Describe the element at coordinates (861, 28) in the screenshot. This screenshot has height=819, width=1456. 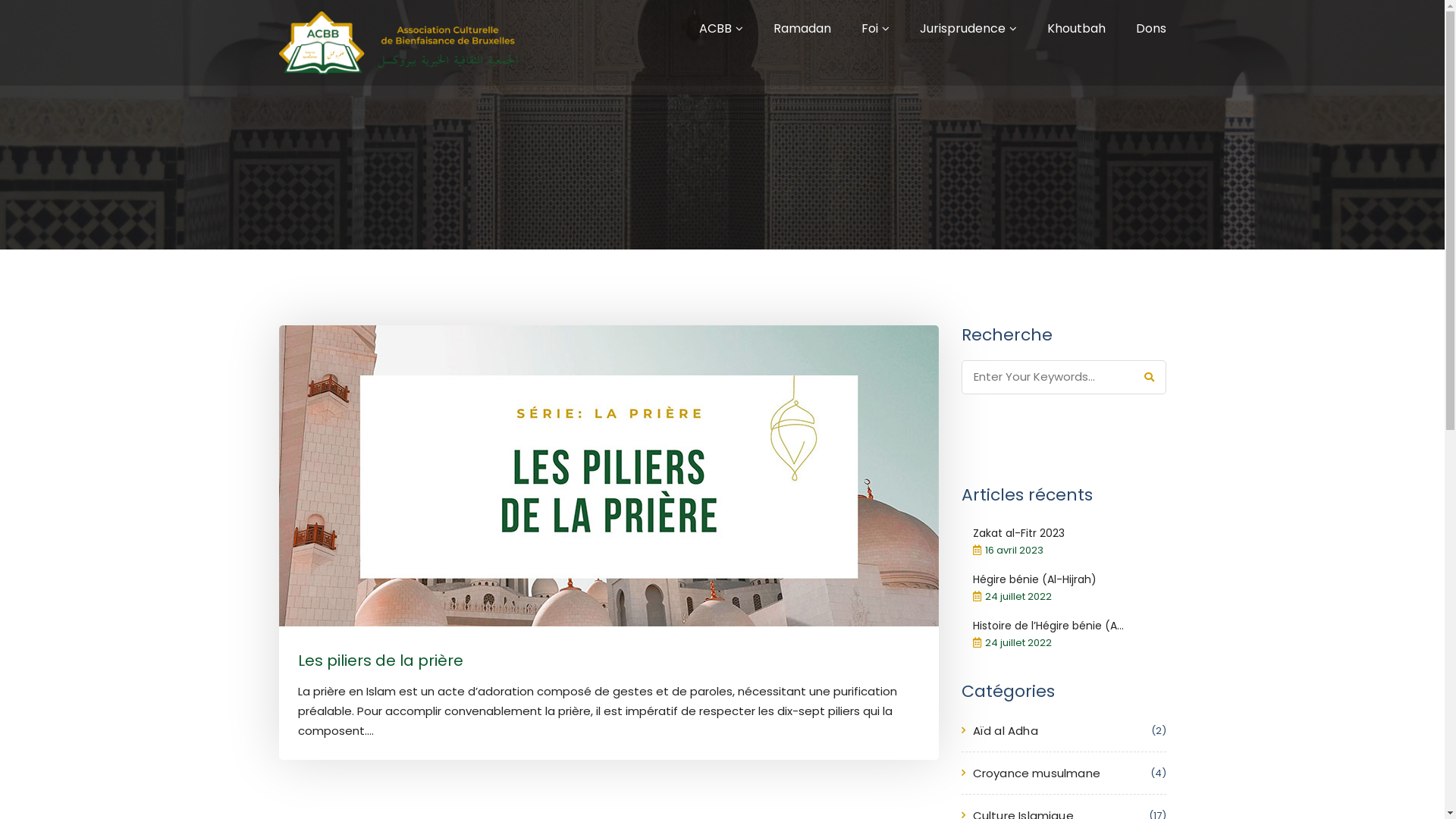
I see `'Foi'` at that location.